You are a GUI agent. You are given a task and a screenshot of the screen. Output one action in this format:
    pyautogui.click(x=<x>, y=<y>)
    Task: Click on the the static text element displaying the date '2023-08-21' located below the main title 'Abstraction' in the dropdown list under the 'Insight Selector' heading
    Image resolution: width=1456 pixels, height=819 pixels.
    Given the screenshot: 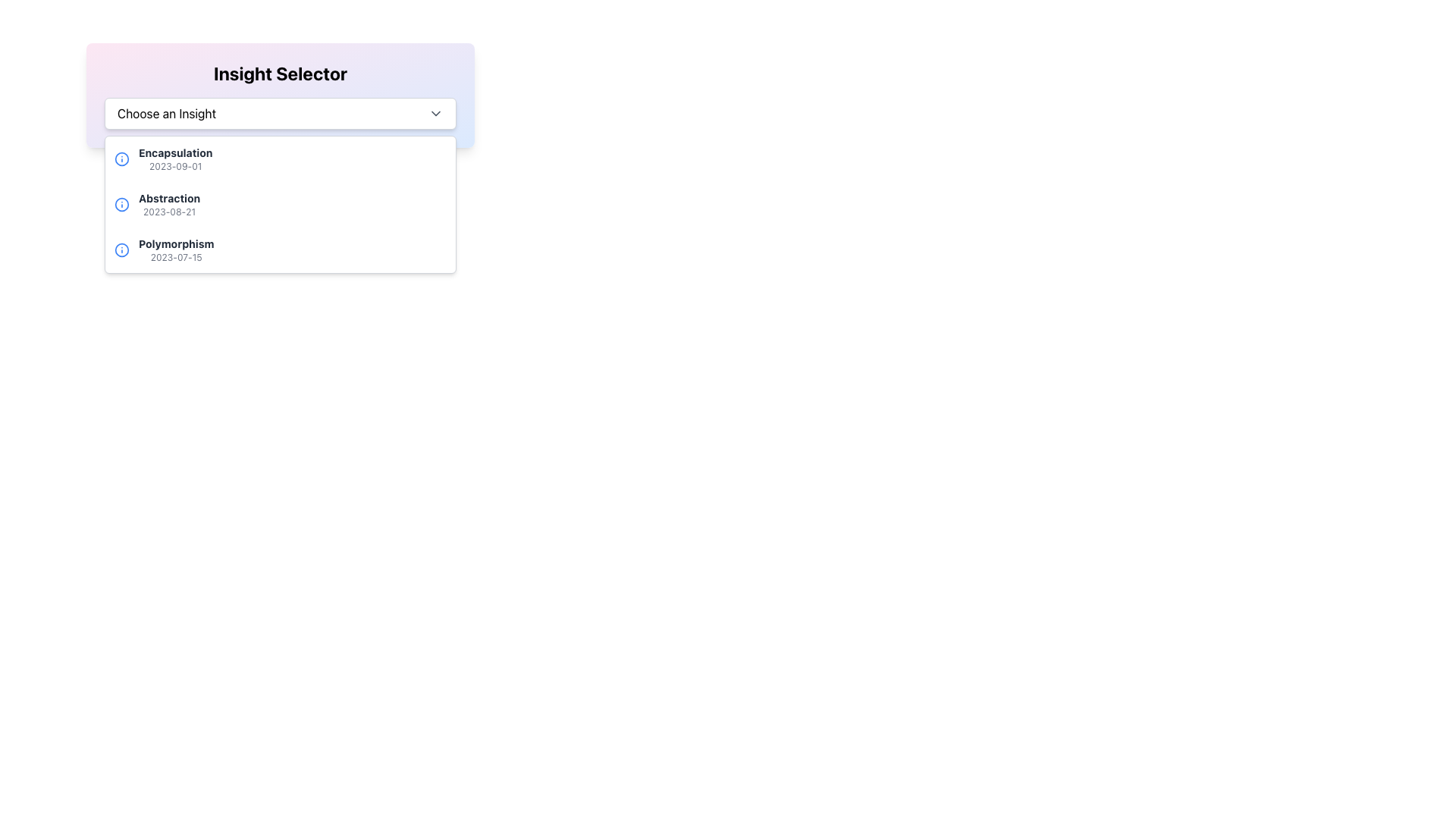 What is the action you would take?
    pyautogui.click(x=169, y=212)
    